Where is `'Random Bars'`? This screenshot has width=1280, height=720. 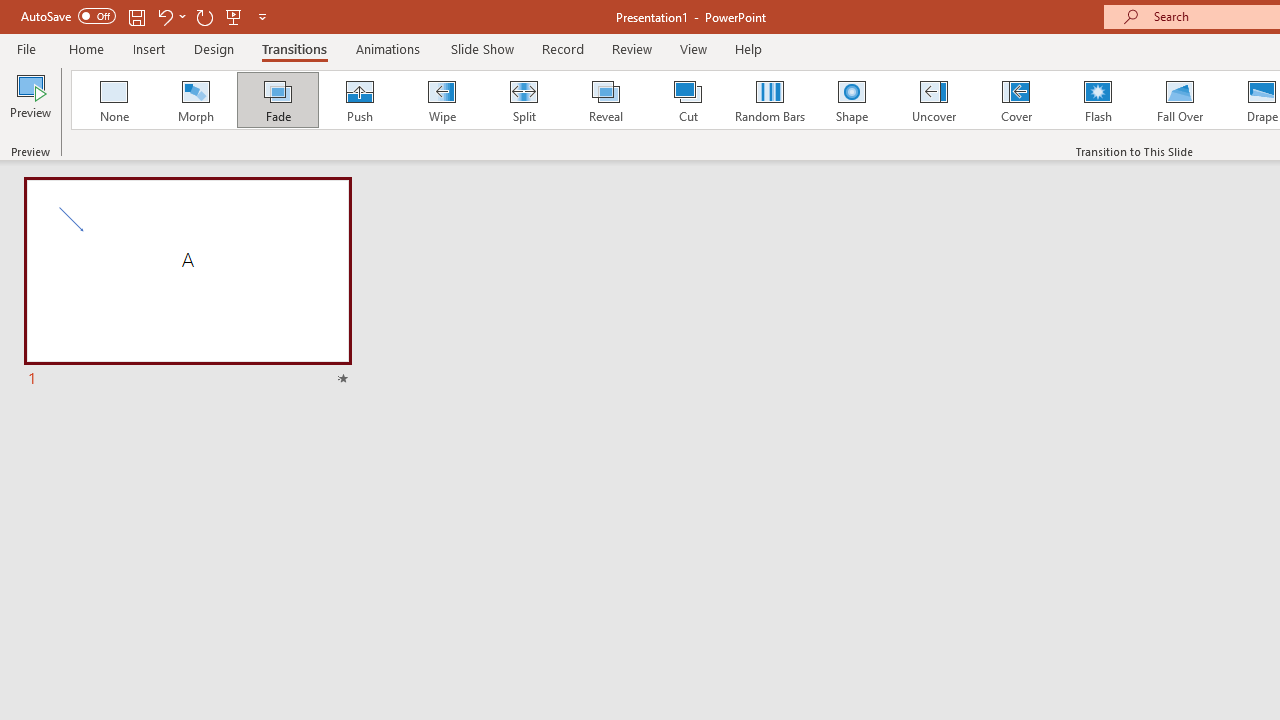
'Random Bars' is located at coordinates (769, 100).